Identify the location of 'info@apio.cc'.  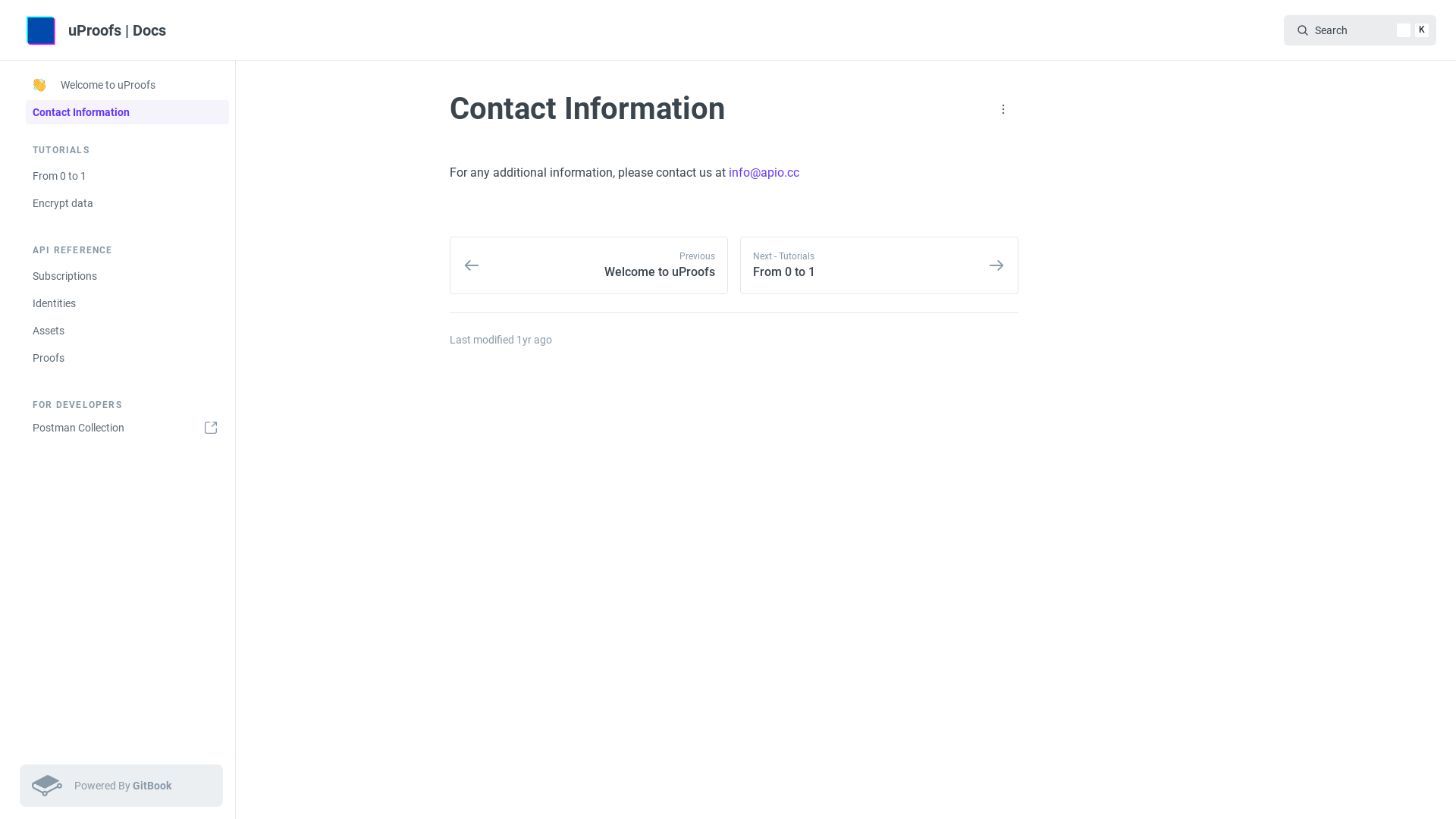
(764, 171).